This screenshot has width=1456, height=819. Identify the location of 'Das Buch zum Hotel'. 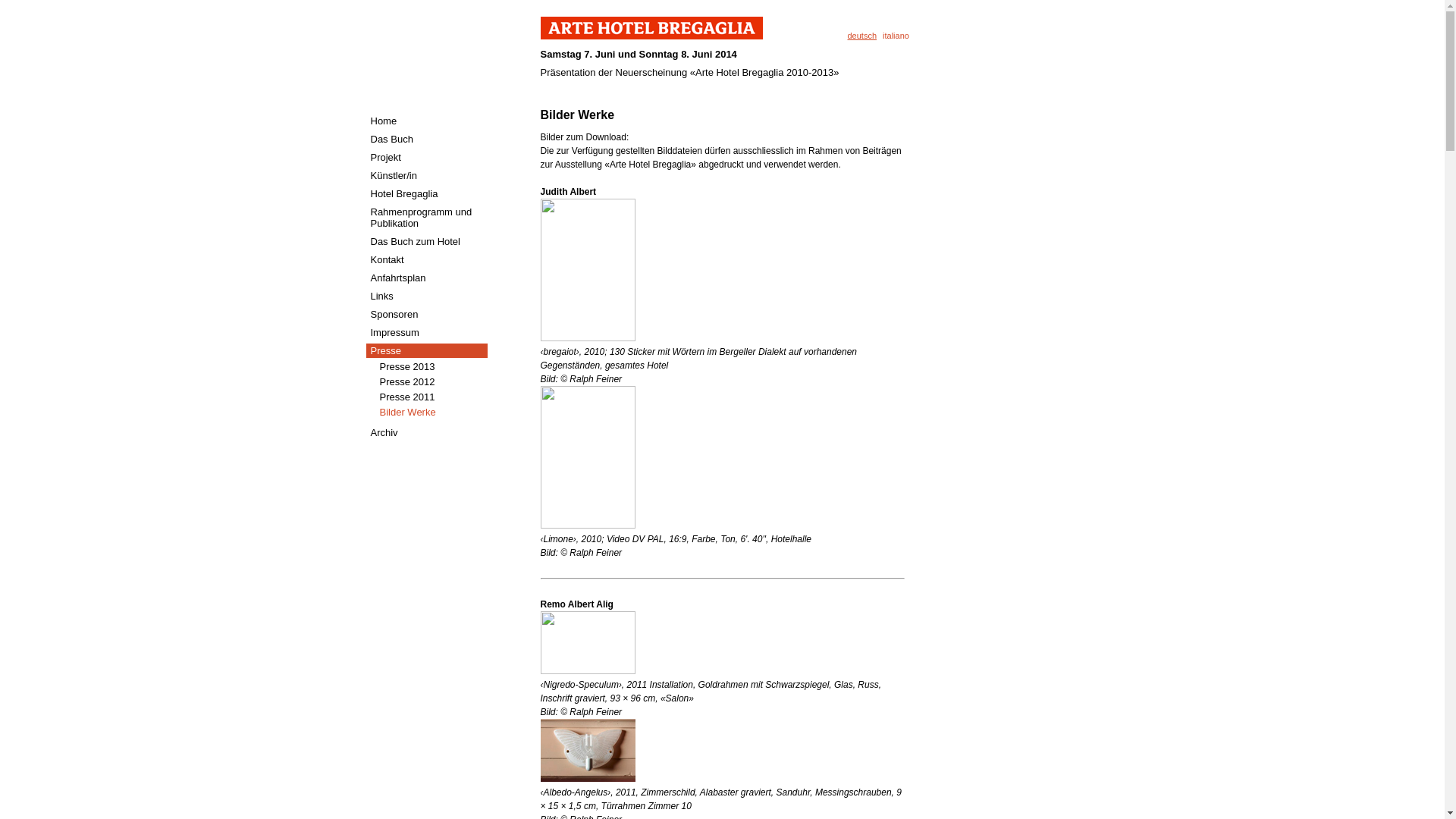
(425, 240).